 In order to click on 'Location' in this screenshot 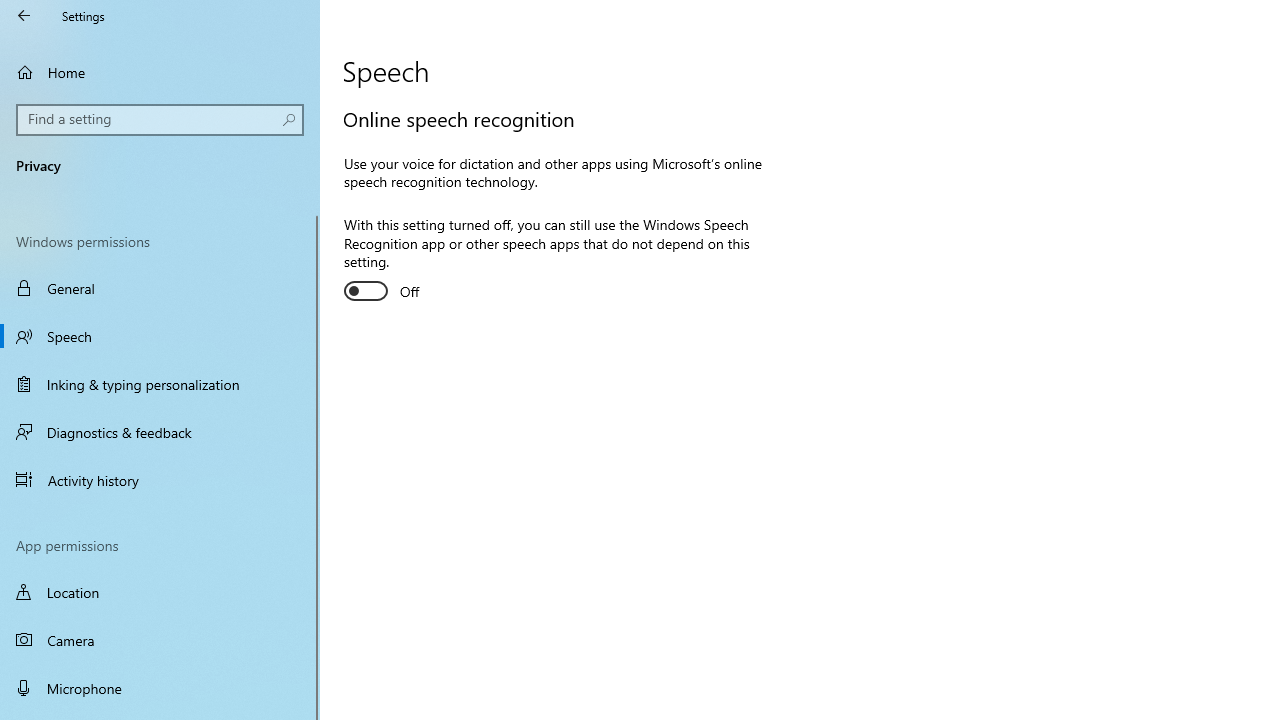, I will do `click(160, 591)`.